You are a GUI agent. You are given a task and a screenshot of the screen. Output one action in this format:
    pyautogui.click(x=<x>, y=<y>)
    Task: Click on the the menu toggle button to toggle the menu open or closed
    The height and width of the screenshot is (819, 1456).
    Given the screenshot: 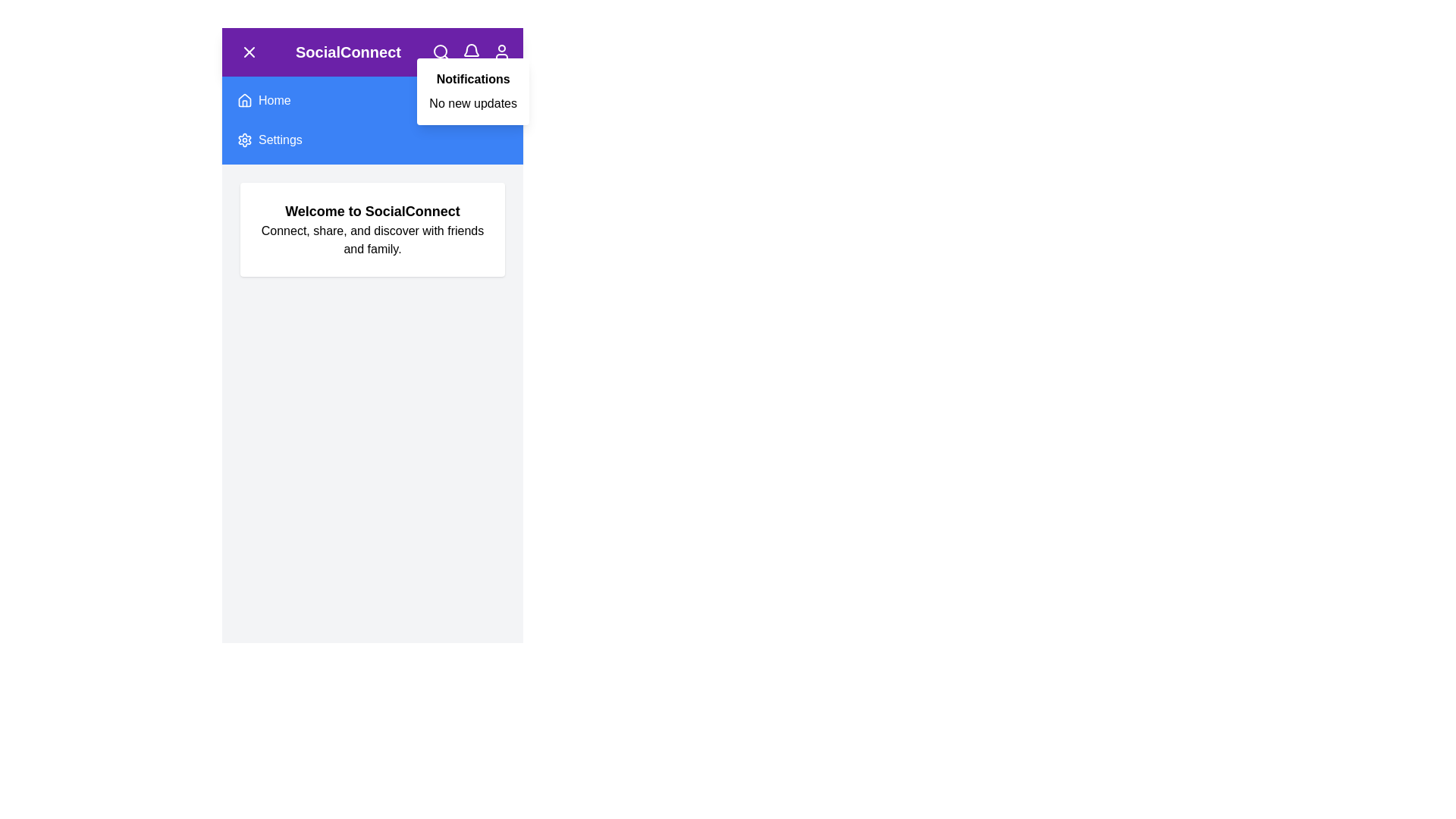 What is the action you would take?
    pyautogui.click(x=249, y=52)
    